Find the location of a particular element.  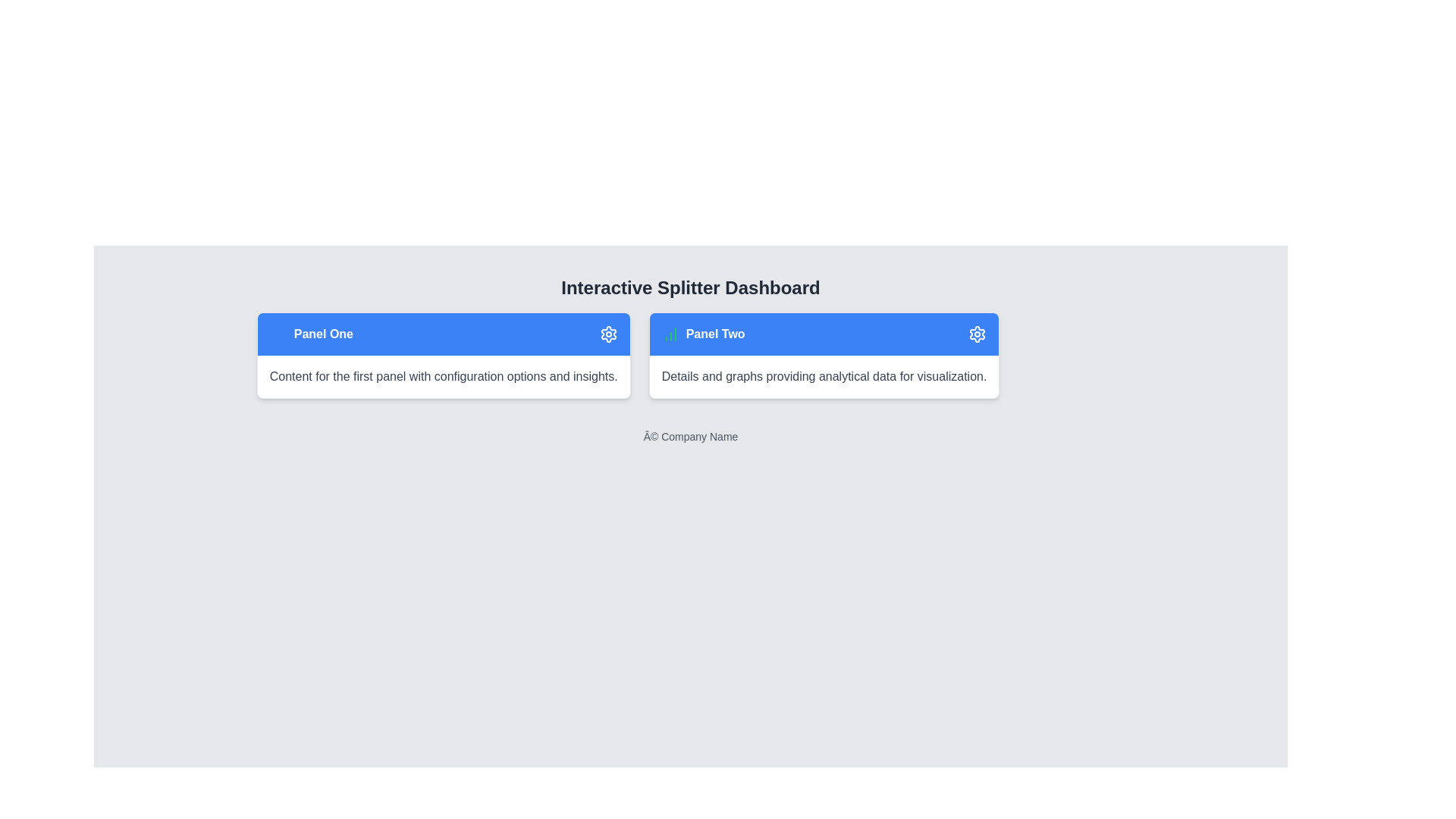

the cogwheel-style settings icon located at the far-right side of the header area of 'Panel One' is located at coordinates (608, 333).